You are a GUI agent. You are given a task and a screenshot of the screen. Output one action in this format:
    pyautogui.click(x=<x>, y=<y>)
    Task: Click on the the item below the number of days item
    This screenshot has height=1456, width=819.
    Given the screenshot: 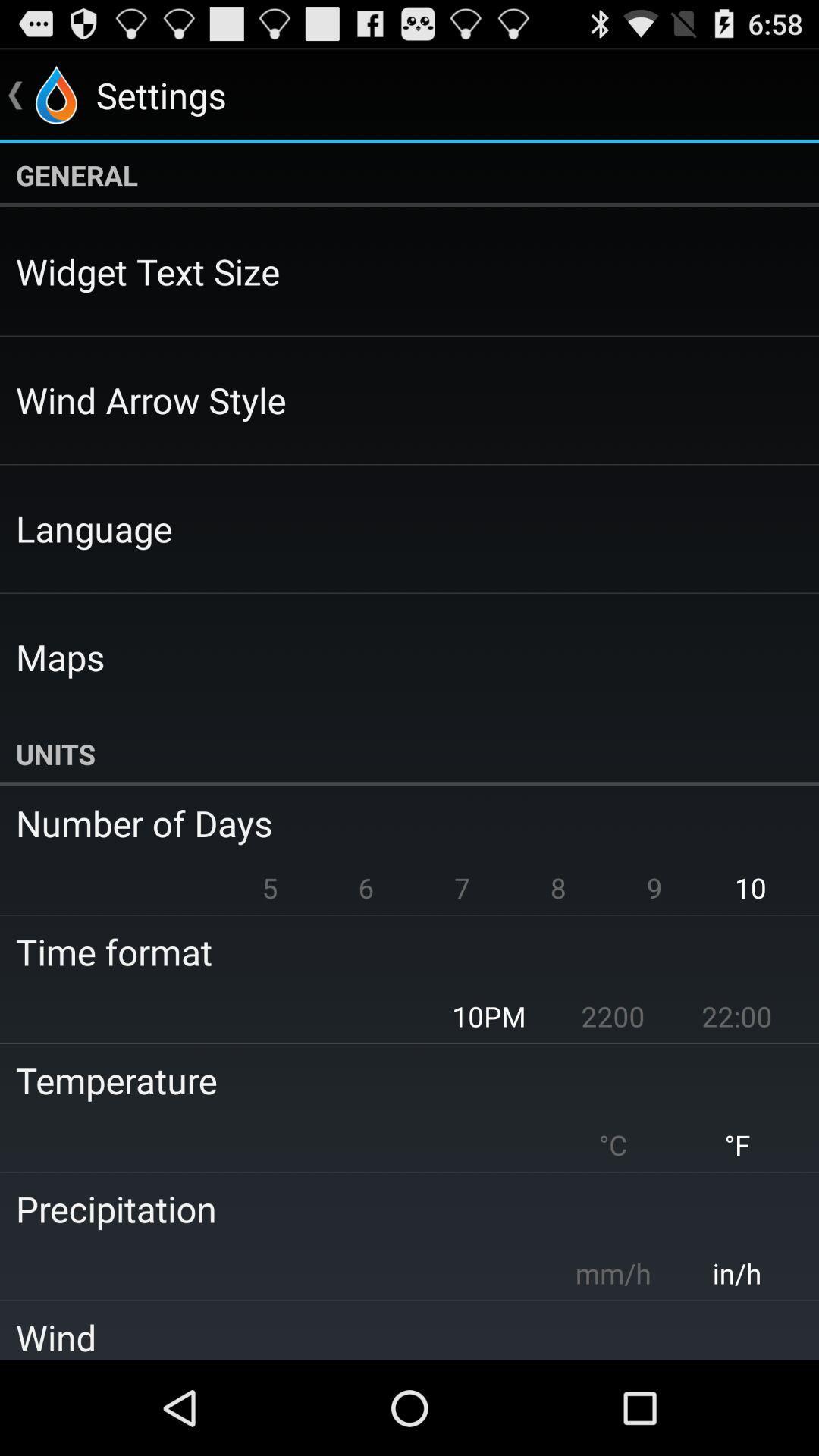 What is the action you would take?
    pyautogui.click(x=462, y=887)
    